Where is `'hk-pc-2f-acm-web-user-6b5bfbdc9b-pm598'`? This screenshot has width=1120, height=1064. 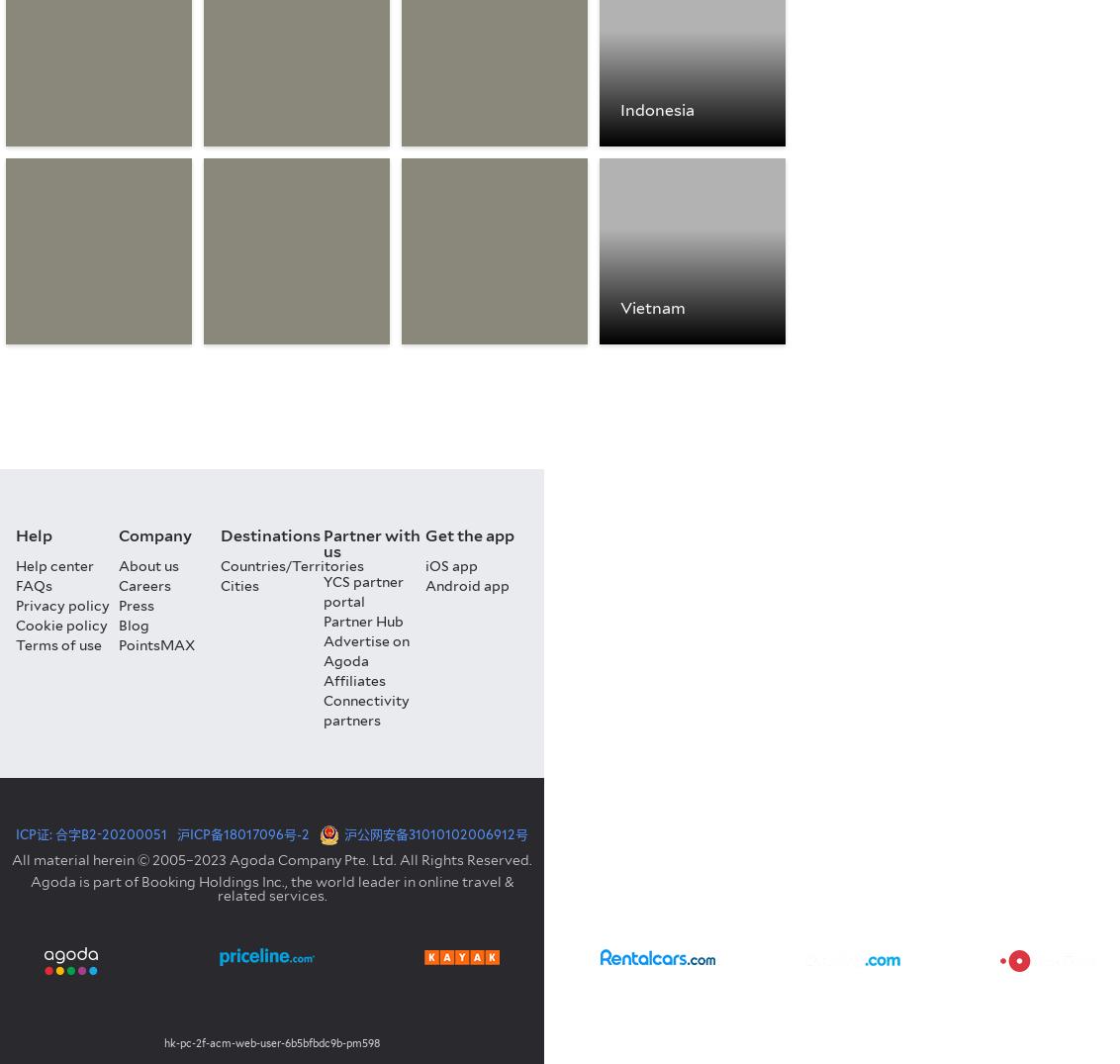 'hk-pc-2f-acm-web-user-6b5bfbdc9b-pm598' is located at coordinates (271, 1043).